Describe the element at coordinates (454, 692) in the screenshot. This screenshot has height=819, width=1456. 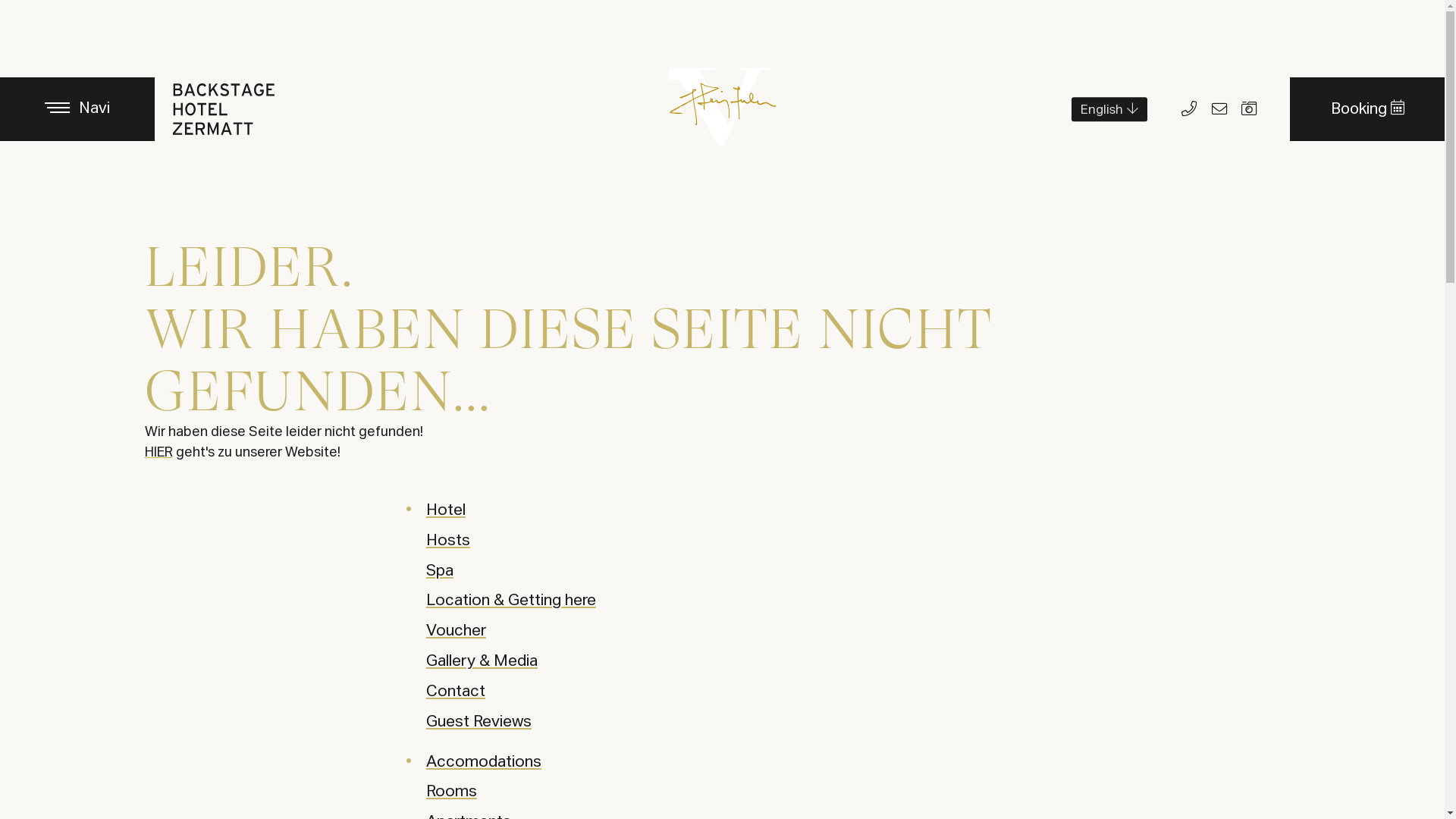
I see `'Contact'` at that location.